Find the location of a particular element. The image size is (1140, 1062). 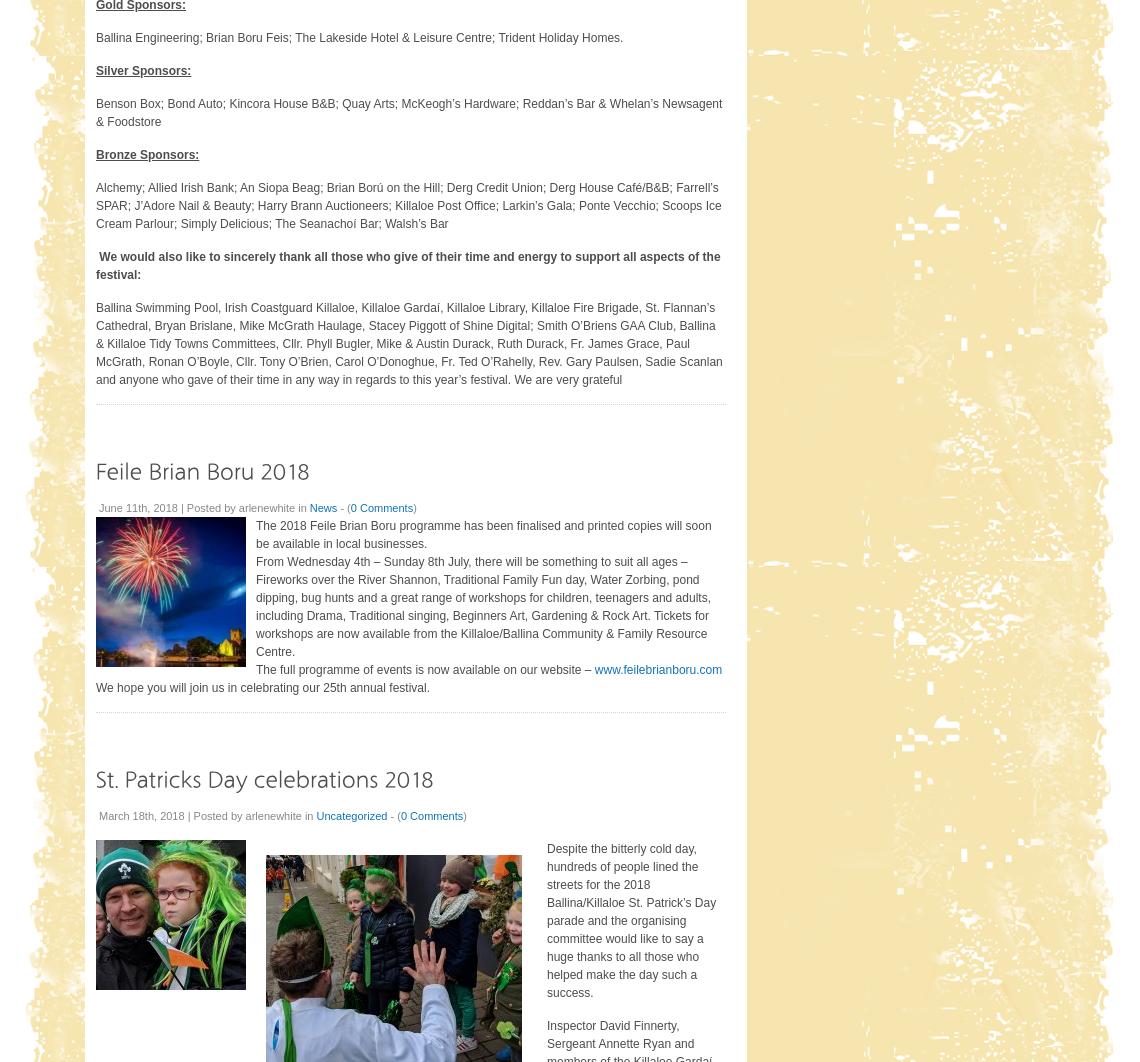

'Benson Box; Bond Auto; Kincora House B&B; Quay Arts; McKeogh’s Hardware; Reddan’s Bar & Whelan’s Newsagent & Foodstore' is located at coordinates (408, 112).